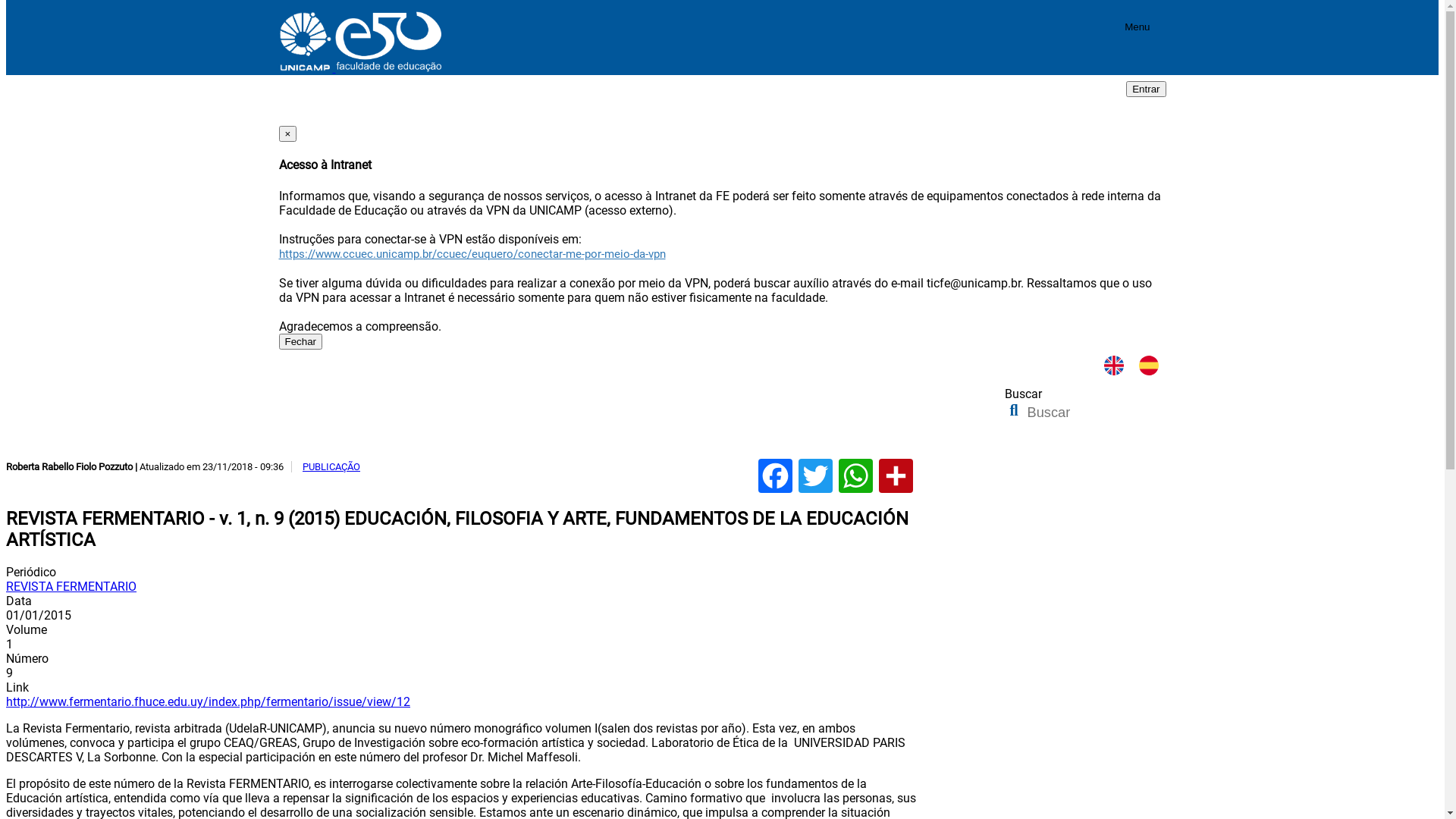  Describe the element at coordinates (855, 475) in the screenshot. I see `'WhatsApp'` at that location.